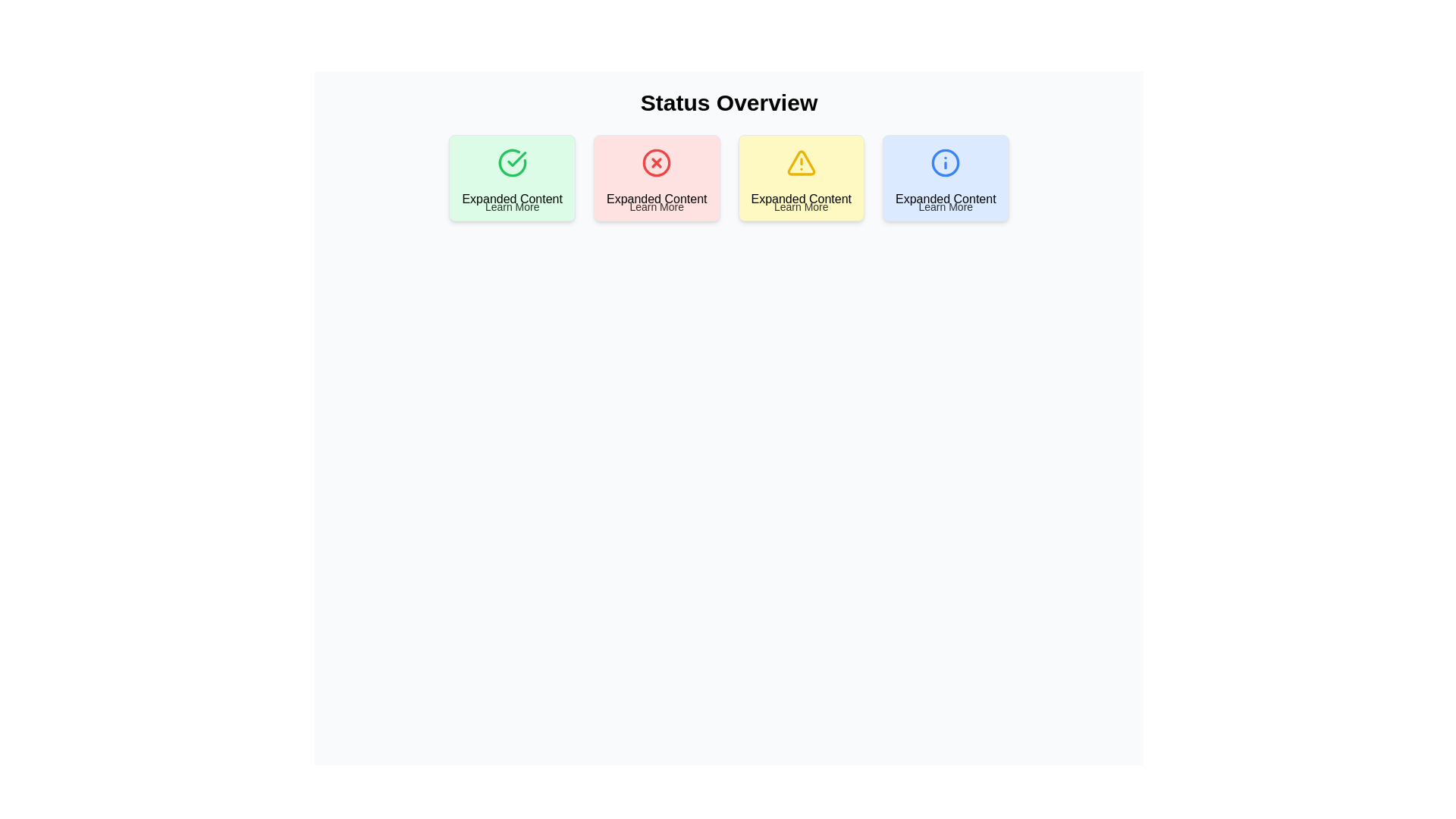 Image resolution: width=1456 pixels, height=819 pixels. I want to click on text label located in the first card of the 'Status Overview' section, positioned above the 'Learn More' link and below a green checkmark icon, so click(512, 198).